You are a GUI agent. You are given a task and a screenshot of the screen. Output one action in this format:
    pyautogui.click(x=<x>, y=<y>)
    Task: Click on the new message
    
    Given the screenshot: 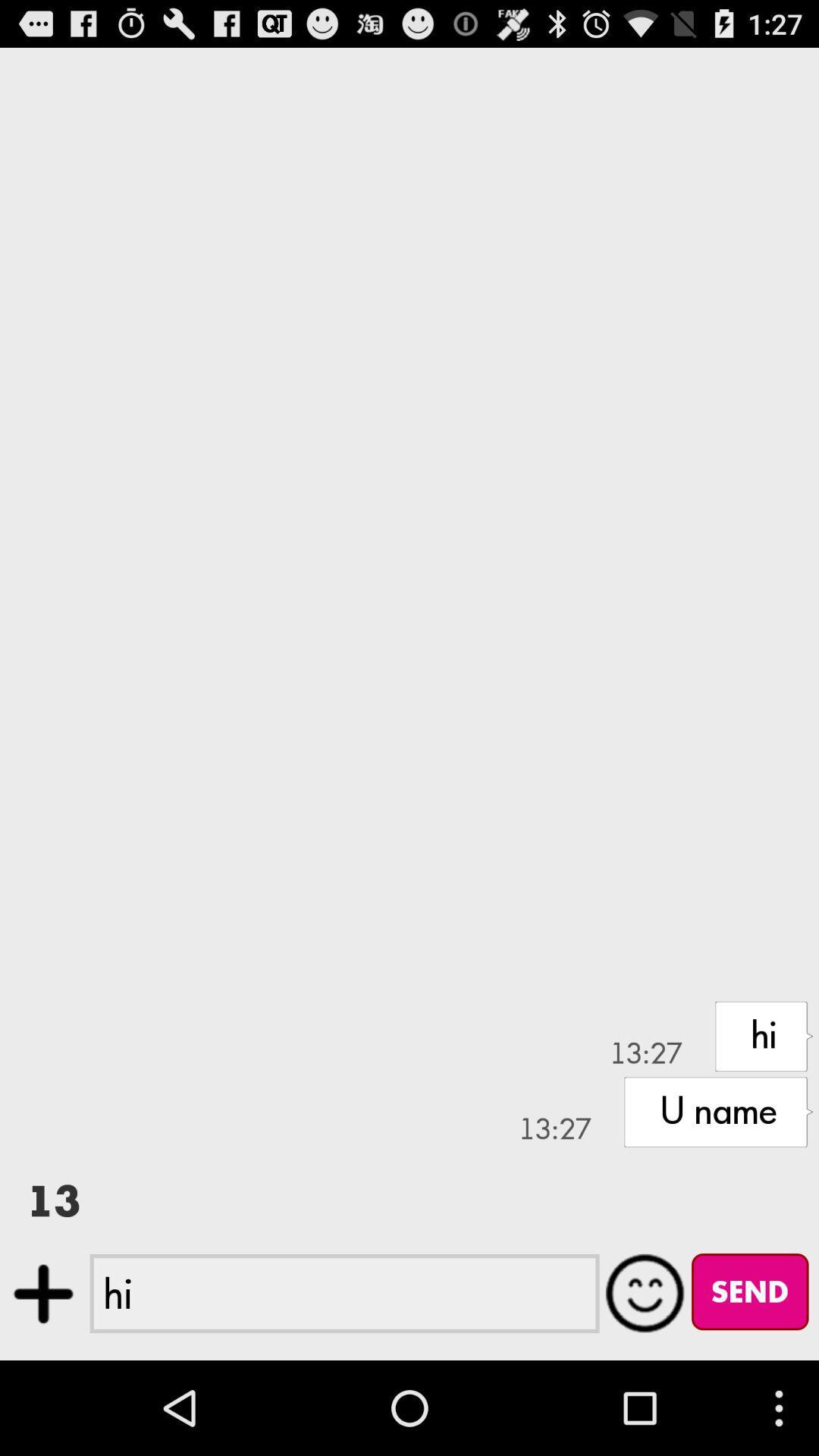 What is the action you would take?
    pyautogui.click(x=42, y=1293)
    